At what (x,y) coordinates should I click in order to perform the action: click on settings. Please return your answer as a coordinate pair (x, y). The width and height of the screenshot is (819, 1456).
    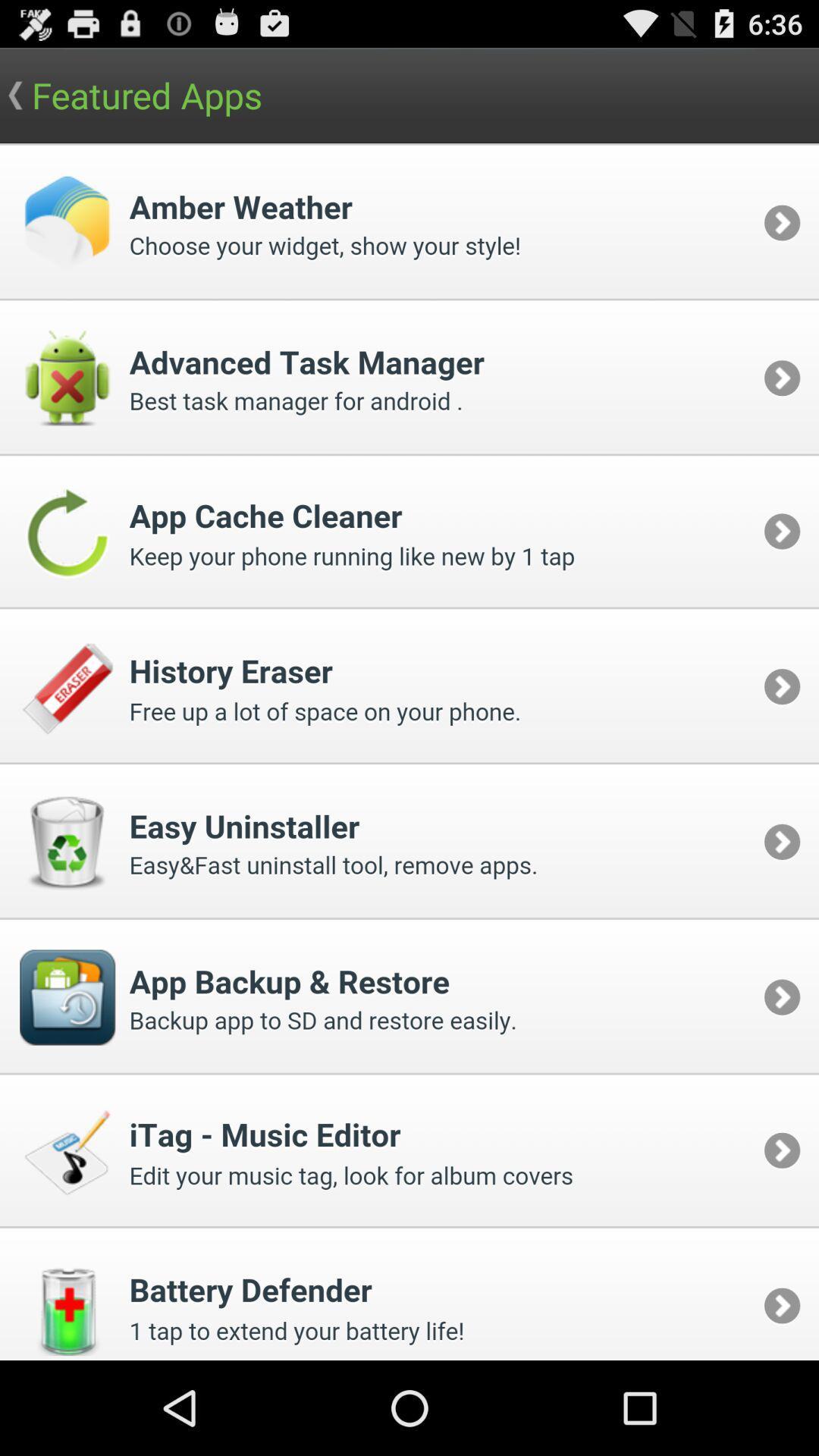
    Looking at the image, I should click on (409, 752).